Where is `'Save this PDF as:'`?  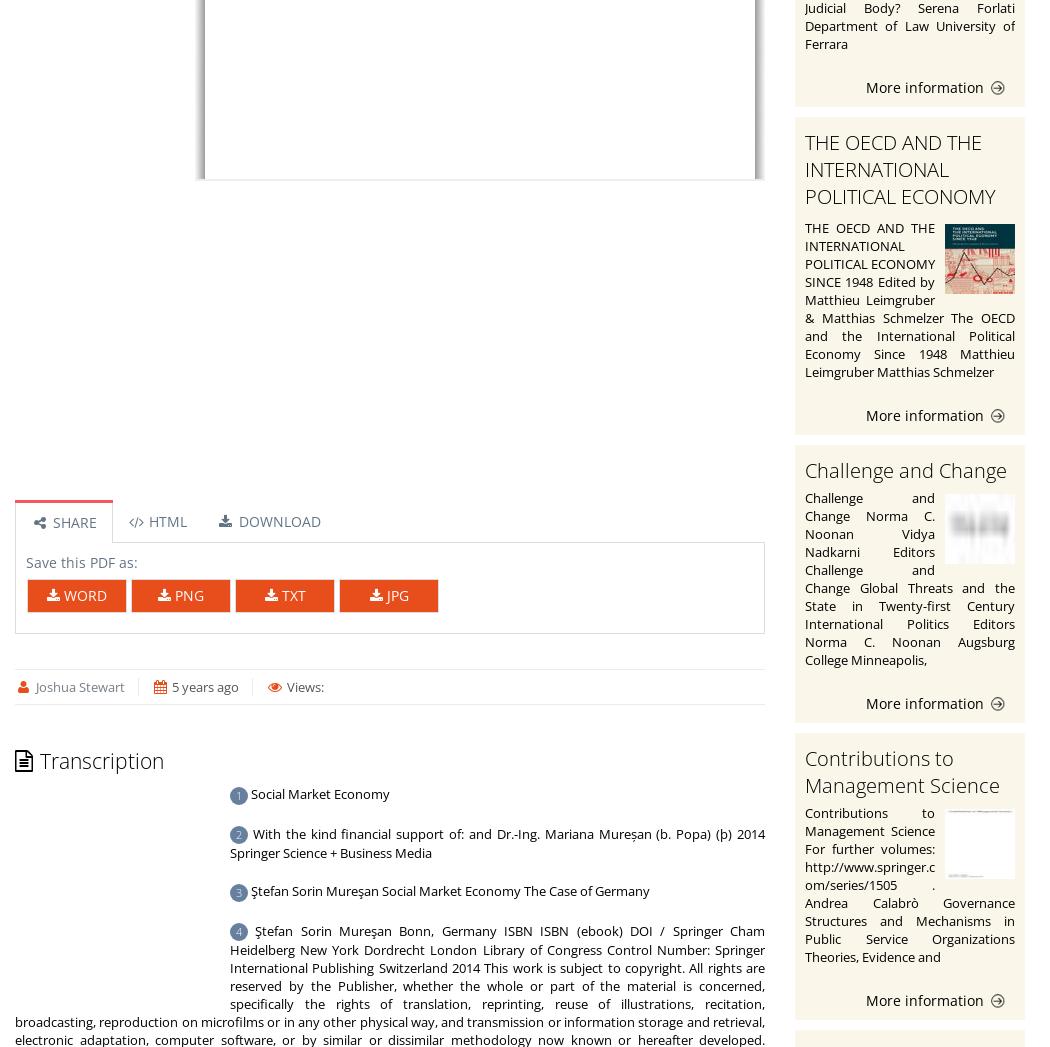 'Save this PDF as:' is located at coordinates (82, 562).